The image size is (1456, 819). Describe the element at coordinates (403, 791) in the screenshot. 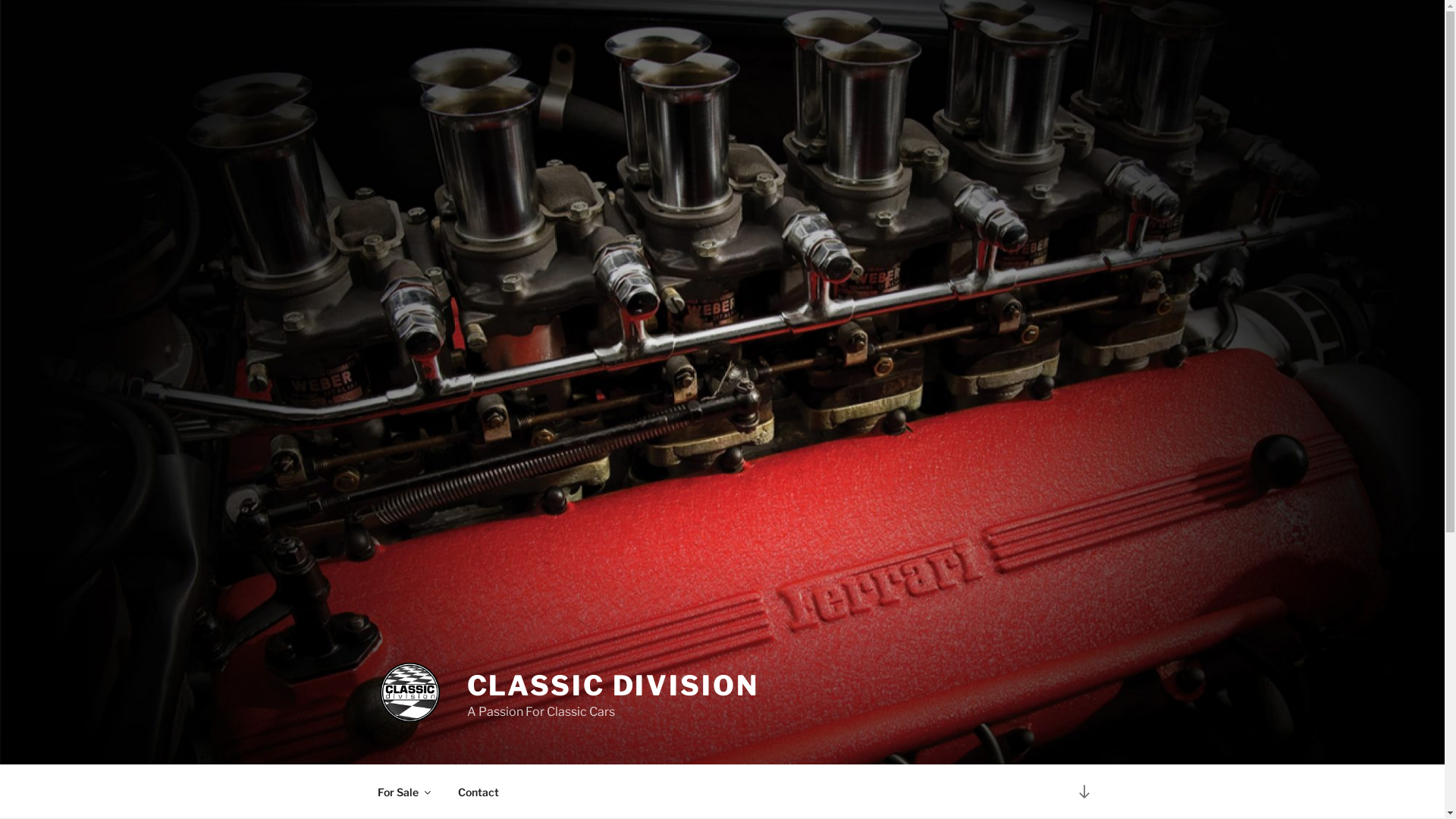

I see `'For Sale'` at that location.